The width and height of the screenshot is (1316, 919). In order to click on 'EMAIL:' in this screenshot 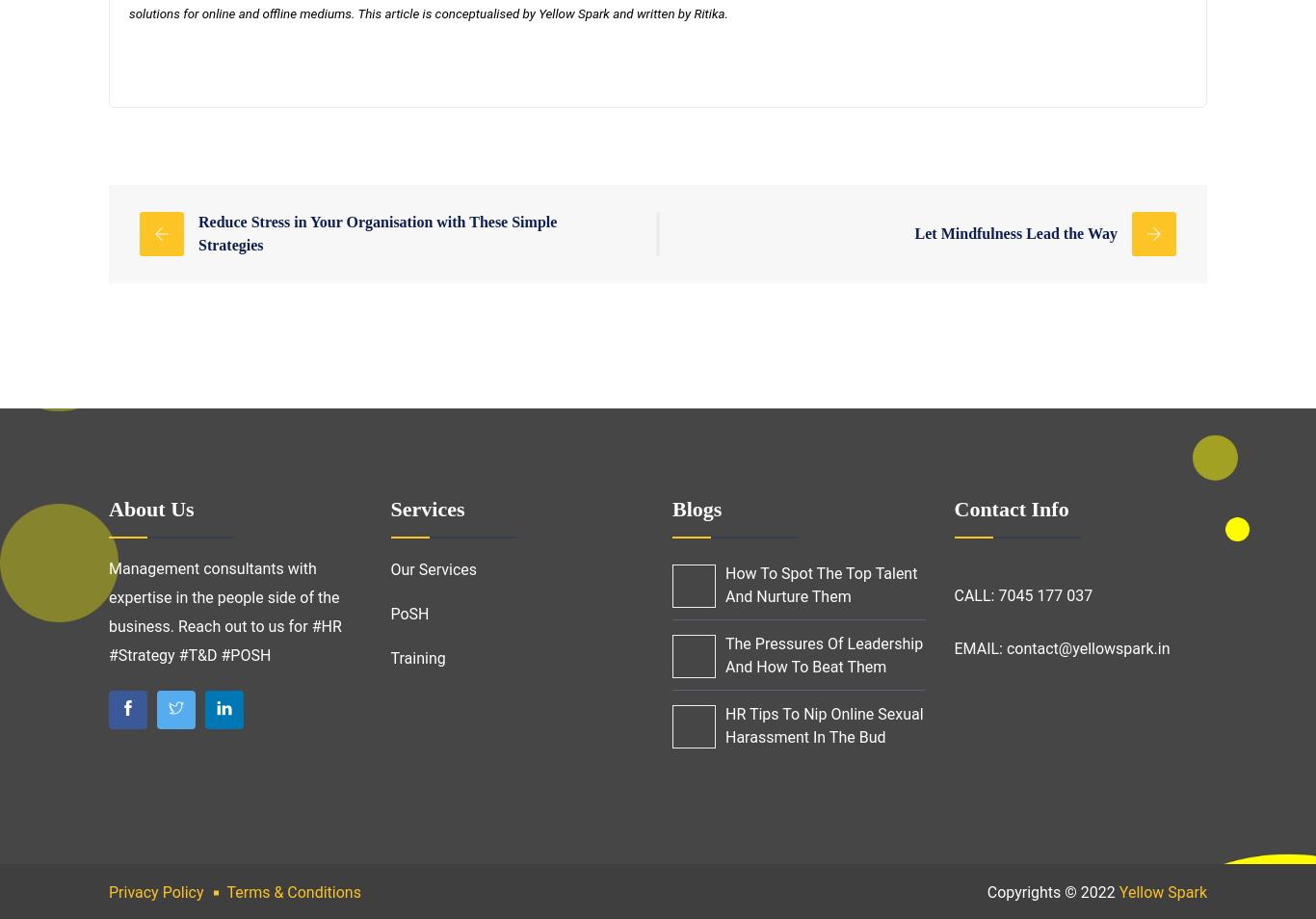, I will do `click(979, 647)`.